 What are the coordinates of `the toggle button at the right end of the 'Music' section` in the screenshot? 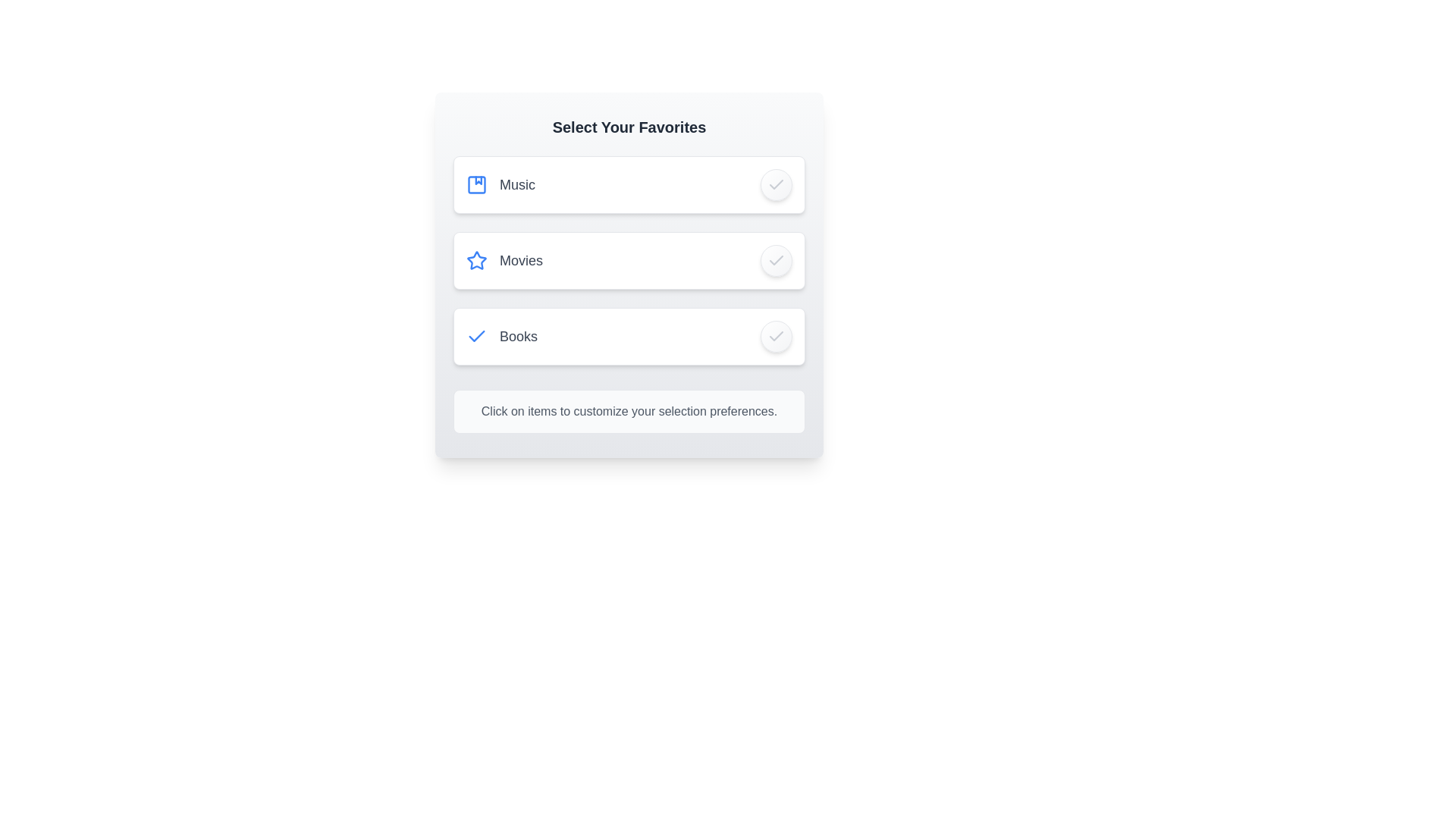 It's located at (776, 184).